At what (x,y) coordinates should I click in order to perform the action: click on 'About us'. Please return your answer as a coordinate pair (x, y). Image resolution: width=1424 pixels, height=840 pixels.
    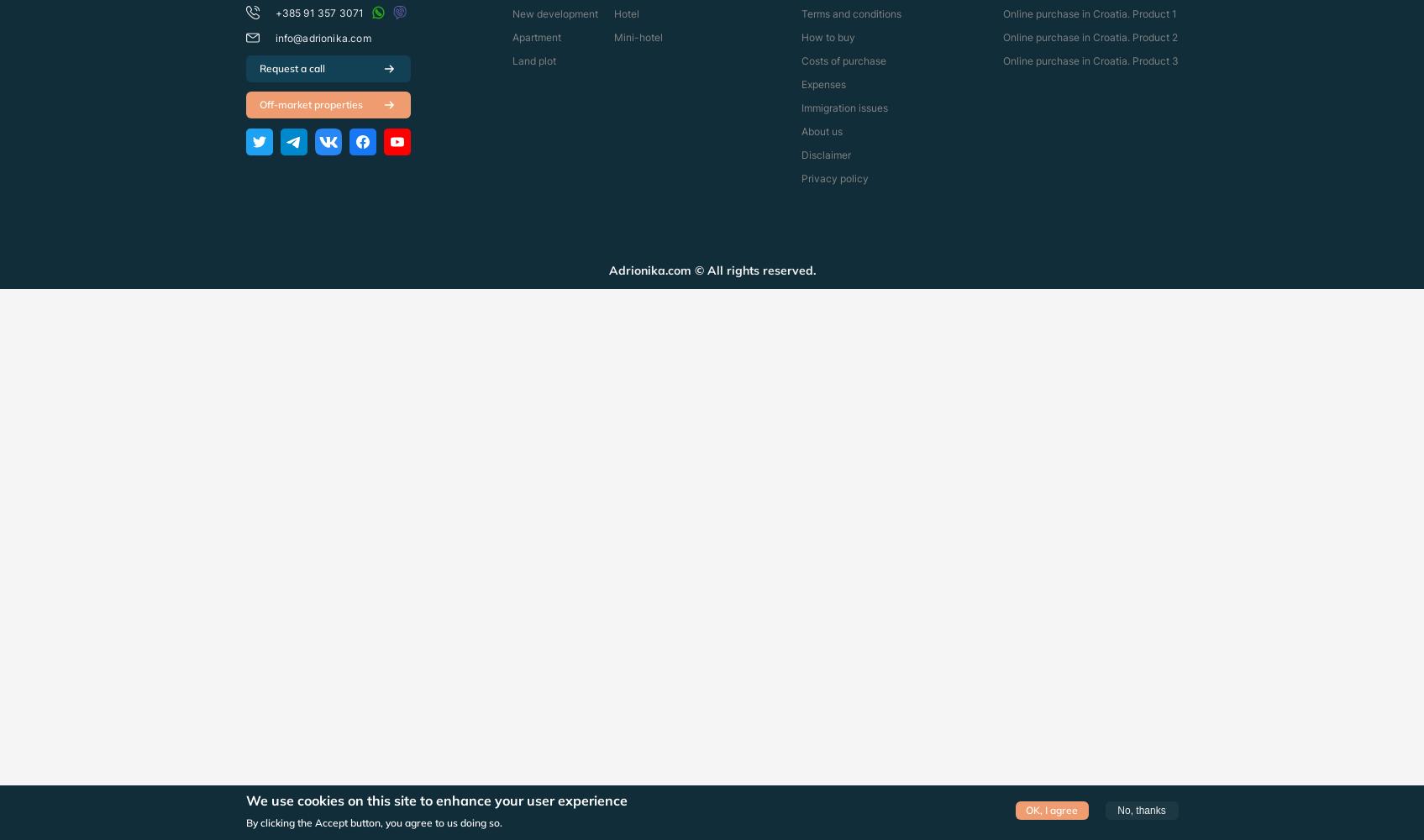
    Looking at the image, I should click on (821, 131).